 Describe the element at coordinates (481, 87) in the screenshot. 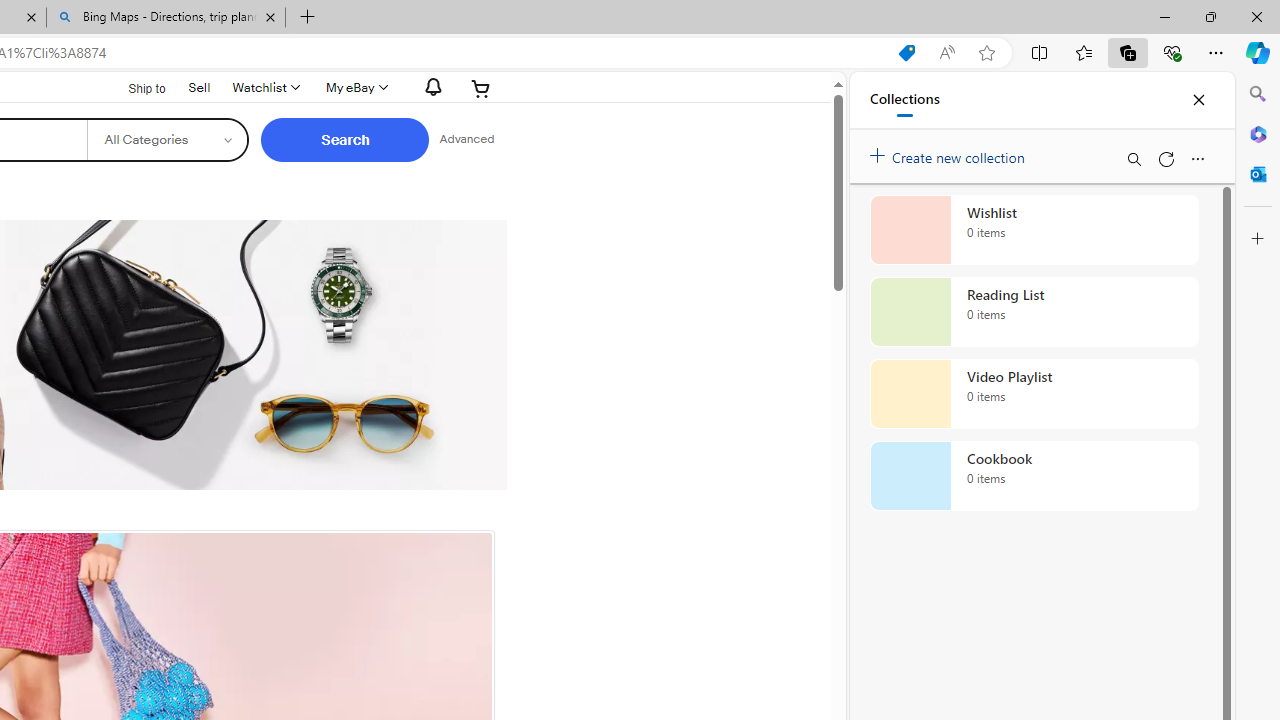

I see `'Your shopping cart'` at that location.